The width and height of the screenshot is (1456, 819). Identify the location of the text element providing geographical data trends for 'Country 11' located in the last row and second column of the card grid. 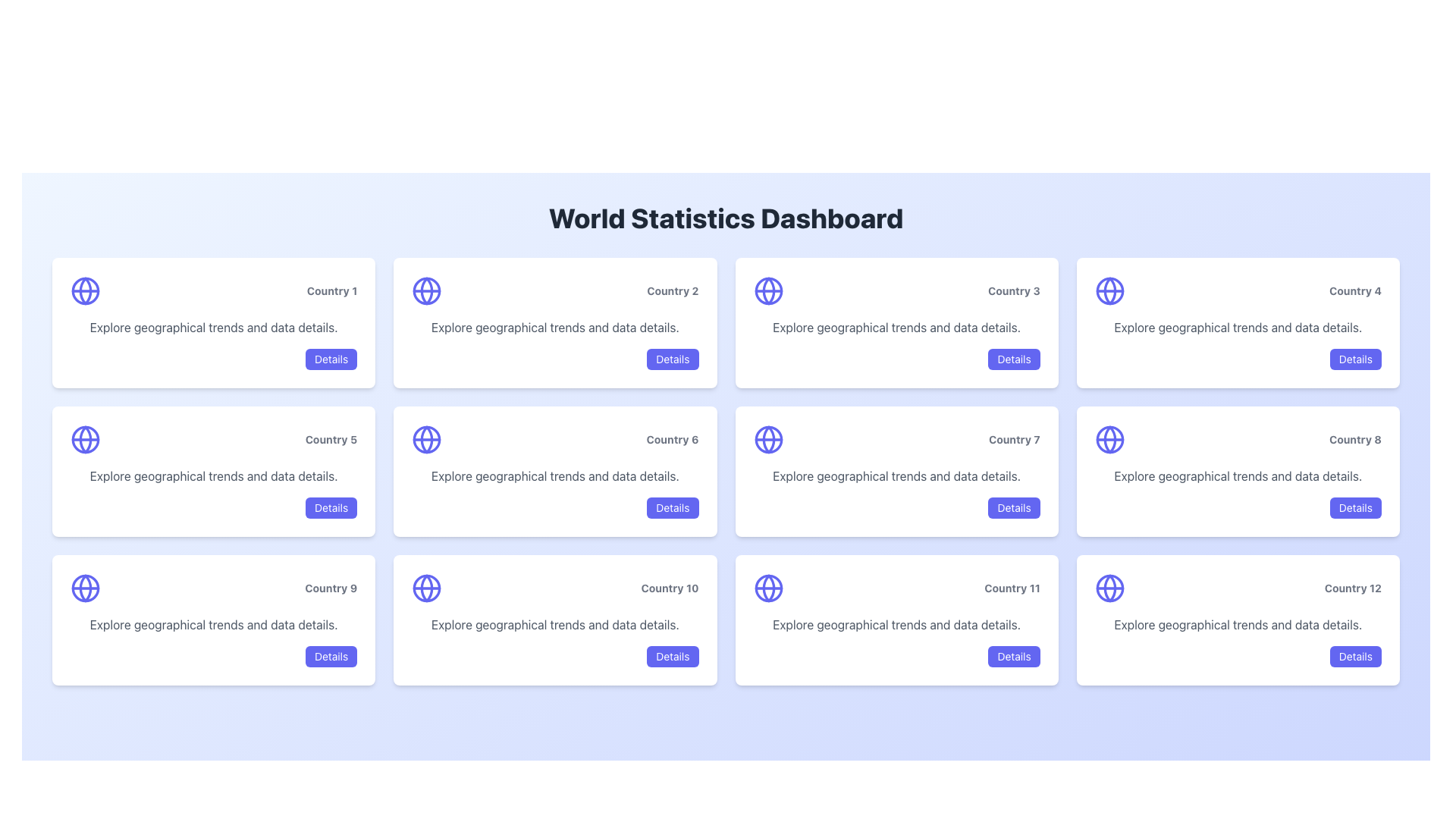
(896, 625).